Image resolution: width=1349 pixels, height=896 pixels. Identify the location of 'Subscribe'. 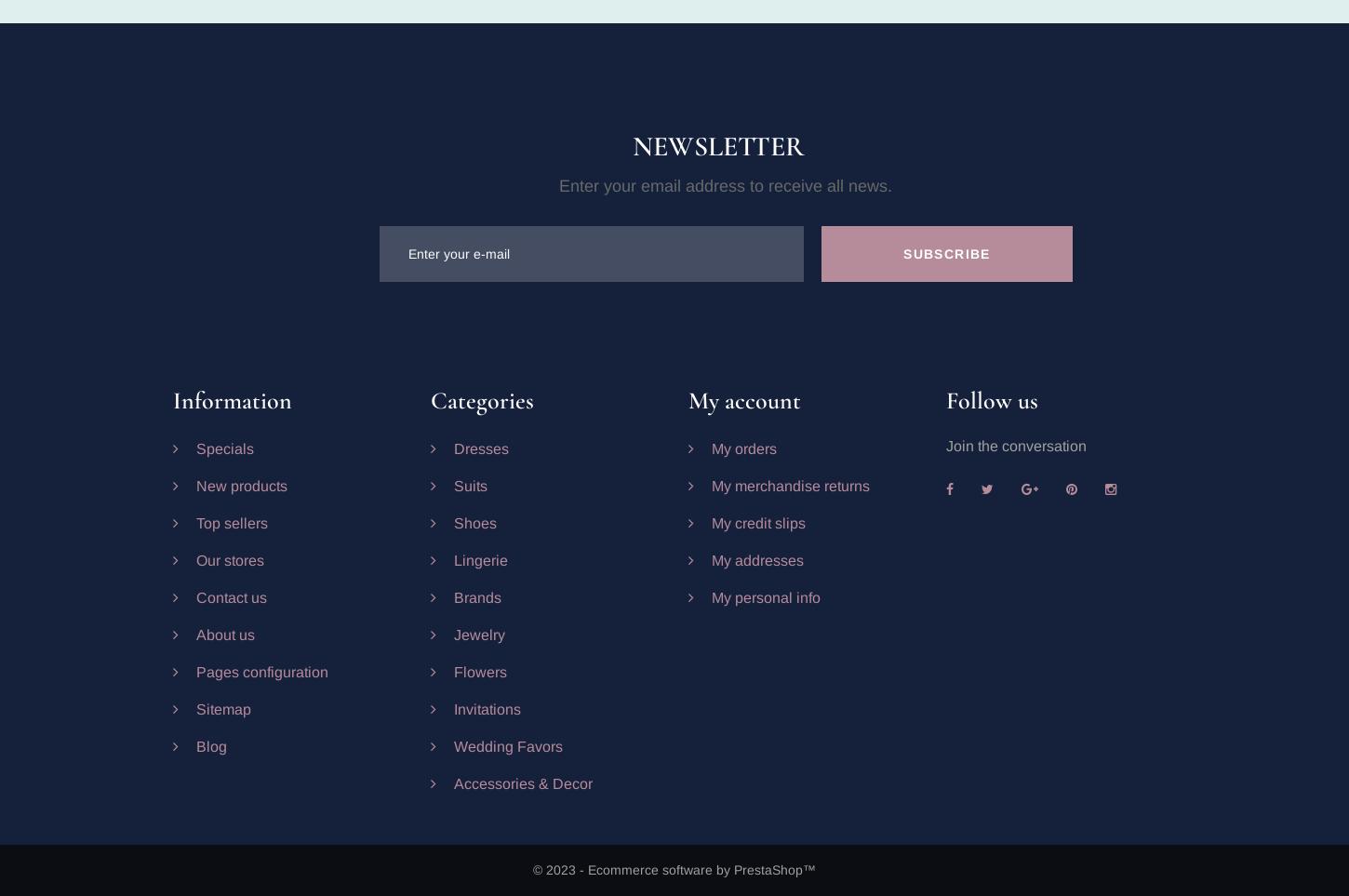
(947, 253).